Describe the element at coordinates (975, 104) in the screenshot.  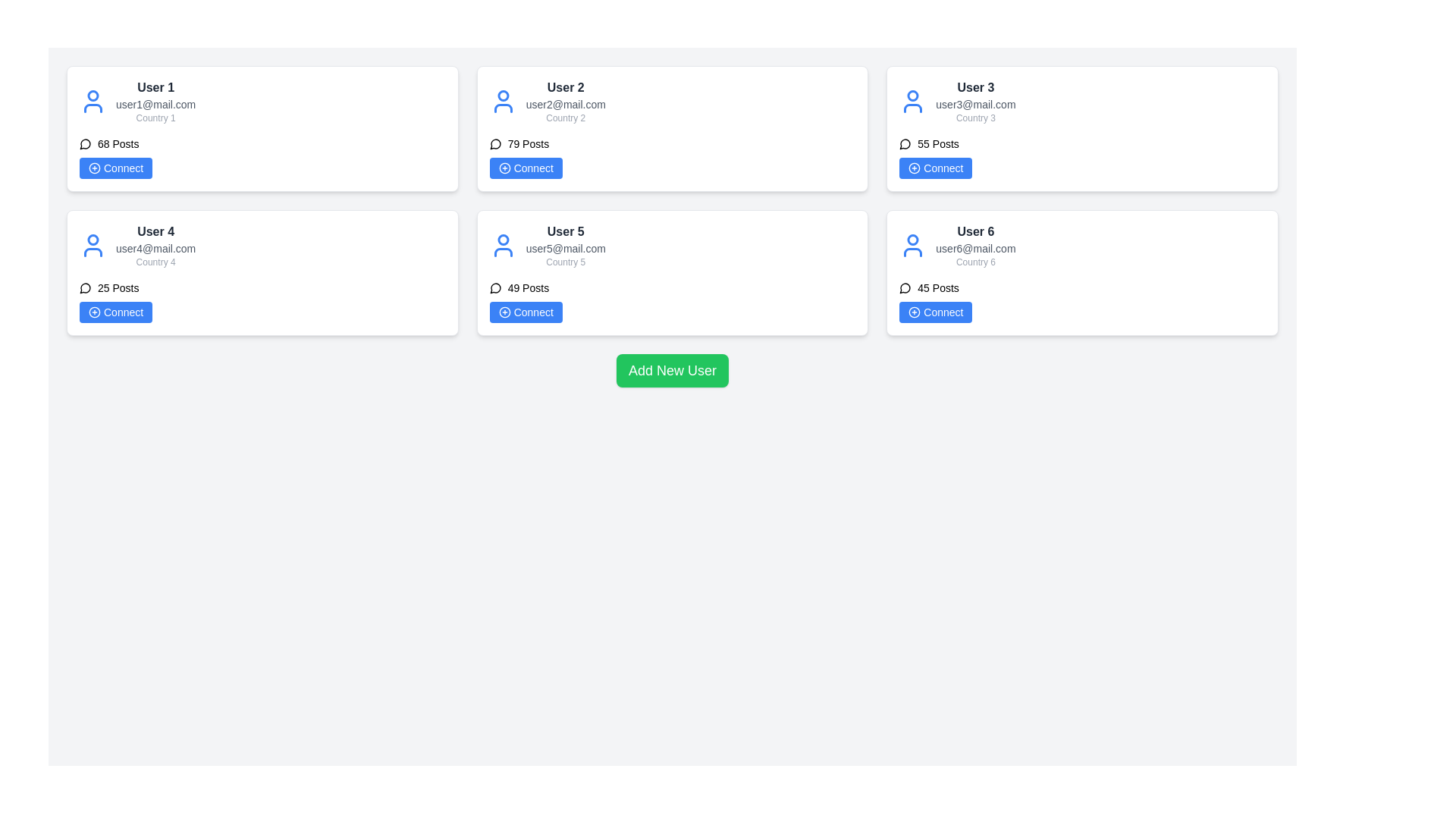
I see `the static text displaying the email address 'user3@mail.com', which is styled in a smaller gray font and positioned beneath 'User 3' in the upper-right user card` at that location.